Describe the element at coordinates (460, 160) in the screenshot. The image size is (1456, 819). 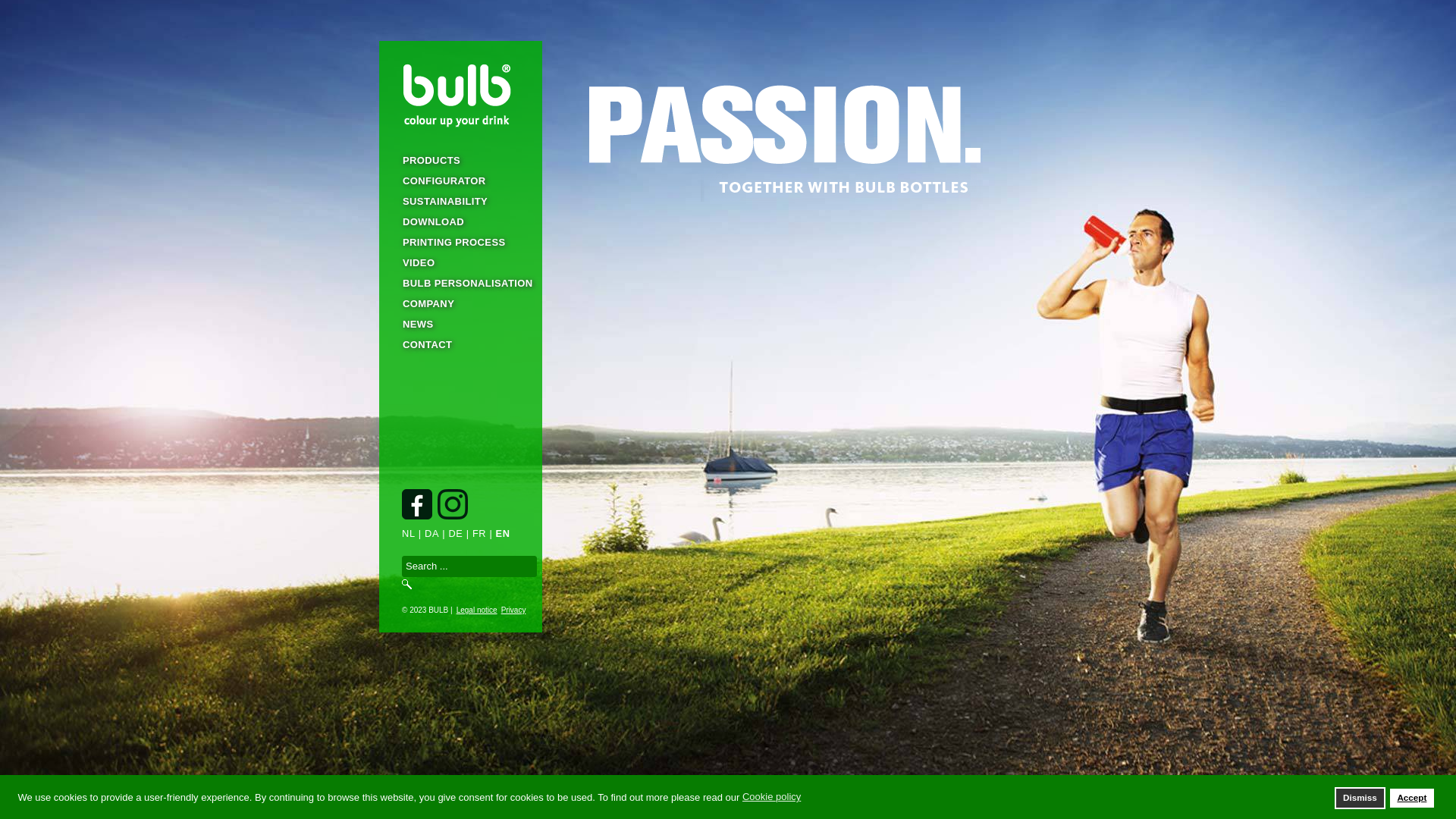
I see `'PRODUCTS'` at that location.